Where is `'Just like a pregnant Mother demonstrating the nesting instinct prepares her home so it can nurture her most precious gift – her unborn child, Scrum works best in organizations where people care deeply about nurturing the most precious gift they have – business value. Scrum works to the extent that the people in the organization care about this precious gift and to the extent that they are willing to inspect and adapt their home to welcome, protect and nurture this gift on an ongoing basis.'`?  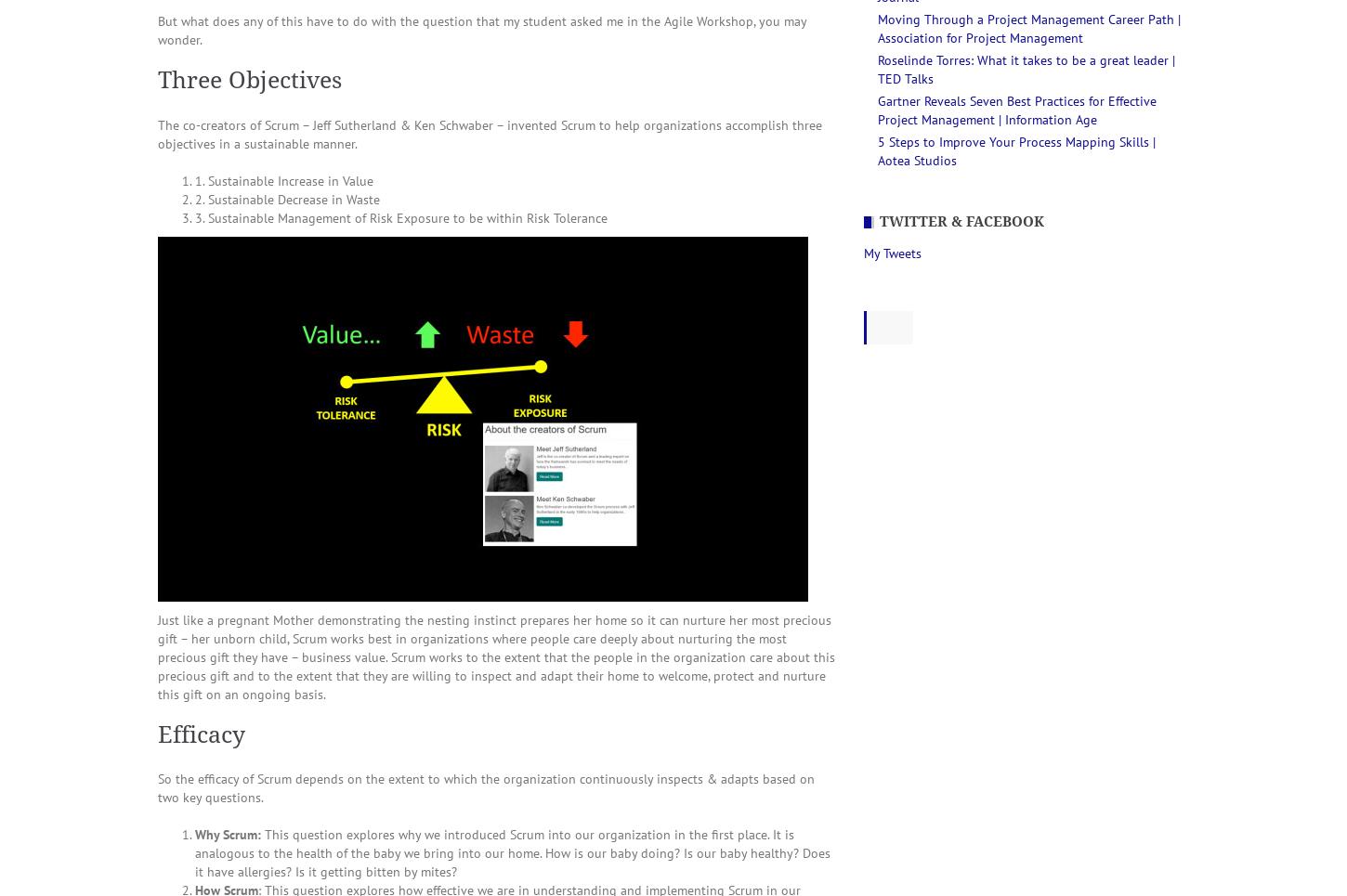 'Just like a pregnant Mother demonstrating the nesting instinct prepares her home so it can nurture her most precious gift – her unborn child, Scrum works best in organizations where people care deeply about nurturing the most precious gift they have – business value. Scrum works to the extent that the people in the organization care about this precious gift and to the extent that they are willing to inspect and adapt their home to welcome, protect and nurture this gift on an ongoing basis.' is located at coordinates (496, 656).